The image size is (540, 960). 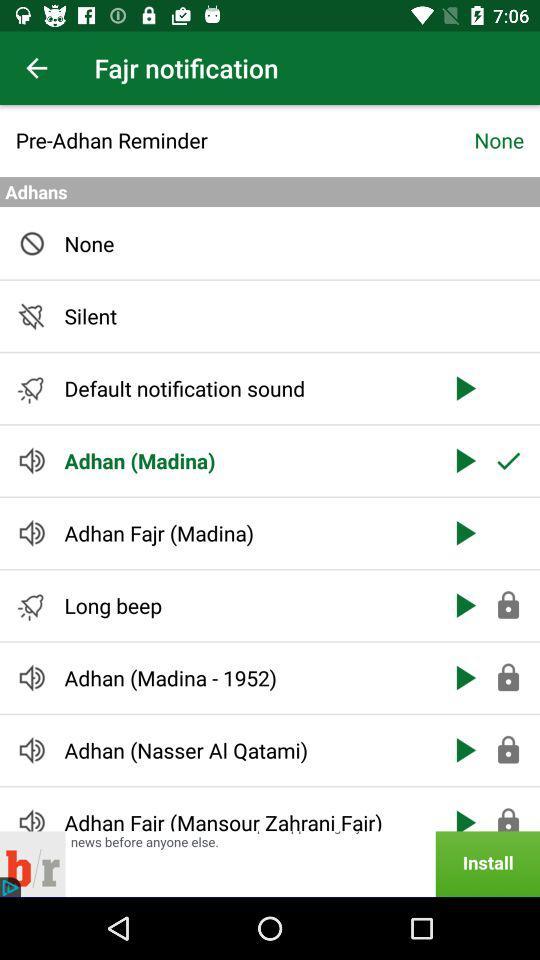 What do you see at coordinates (245, 749) in the screenshot?
I see `adhan nasser al icon` at bounding box center [245, 749].